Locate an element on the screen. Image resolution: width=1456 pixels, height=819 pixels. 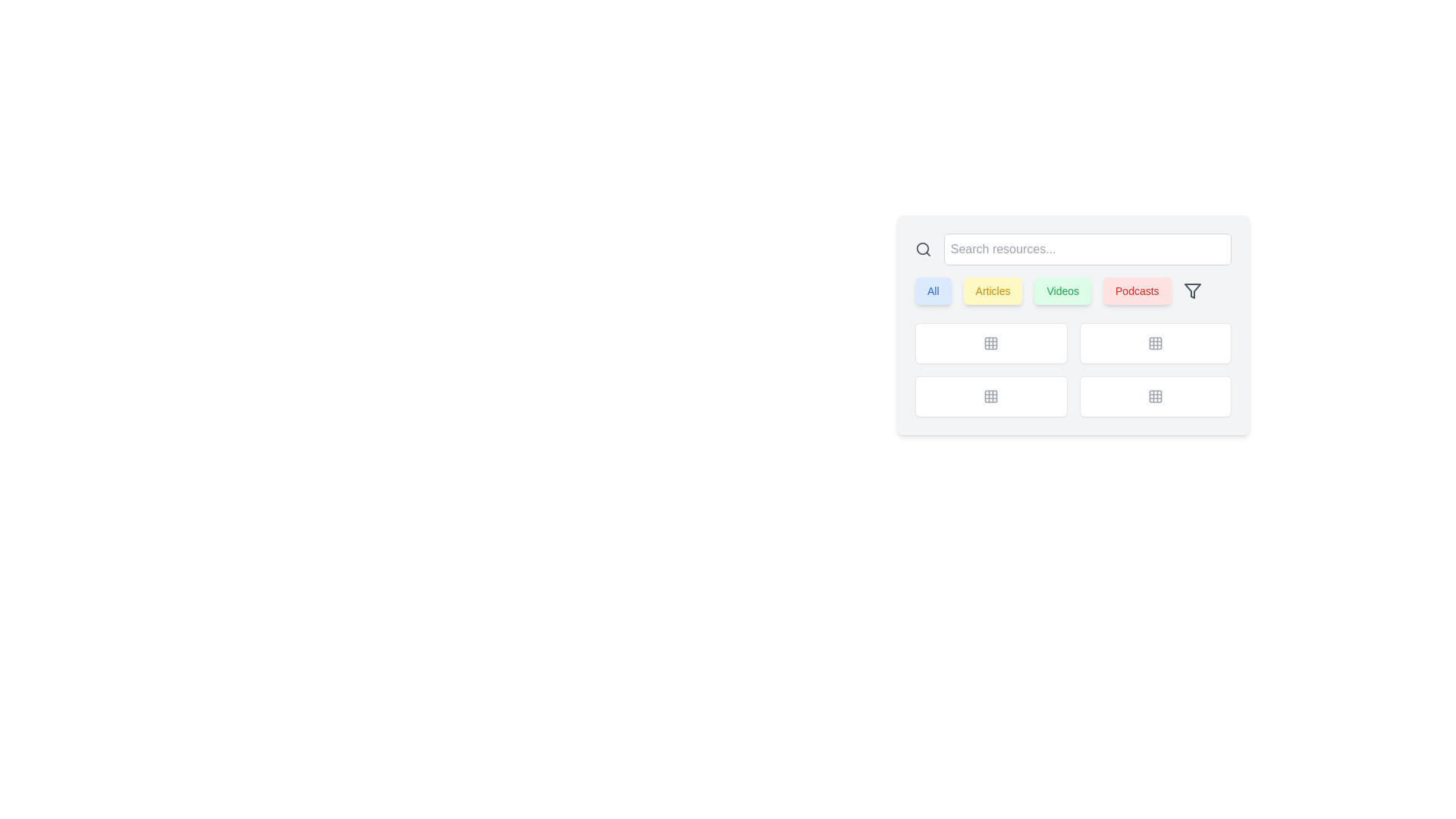
the triangular-shaped filter icon located in the top-right corner of the control panel is located at coordinates (1191, 291).